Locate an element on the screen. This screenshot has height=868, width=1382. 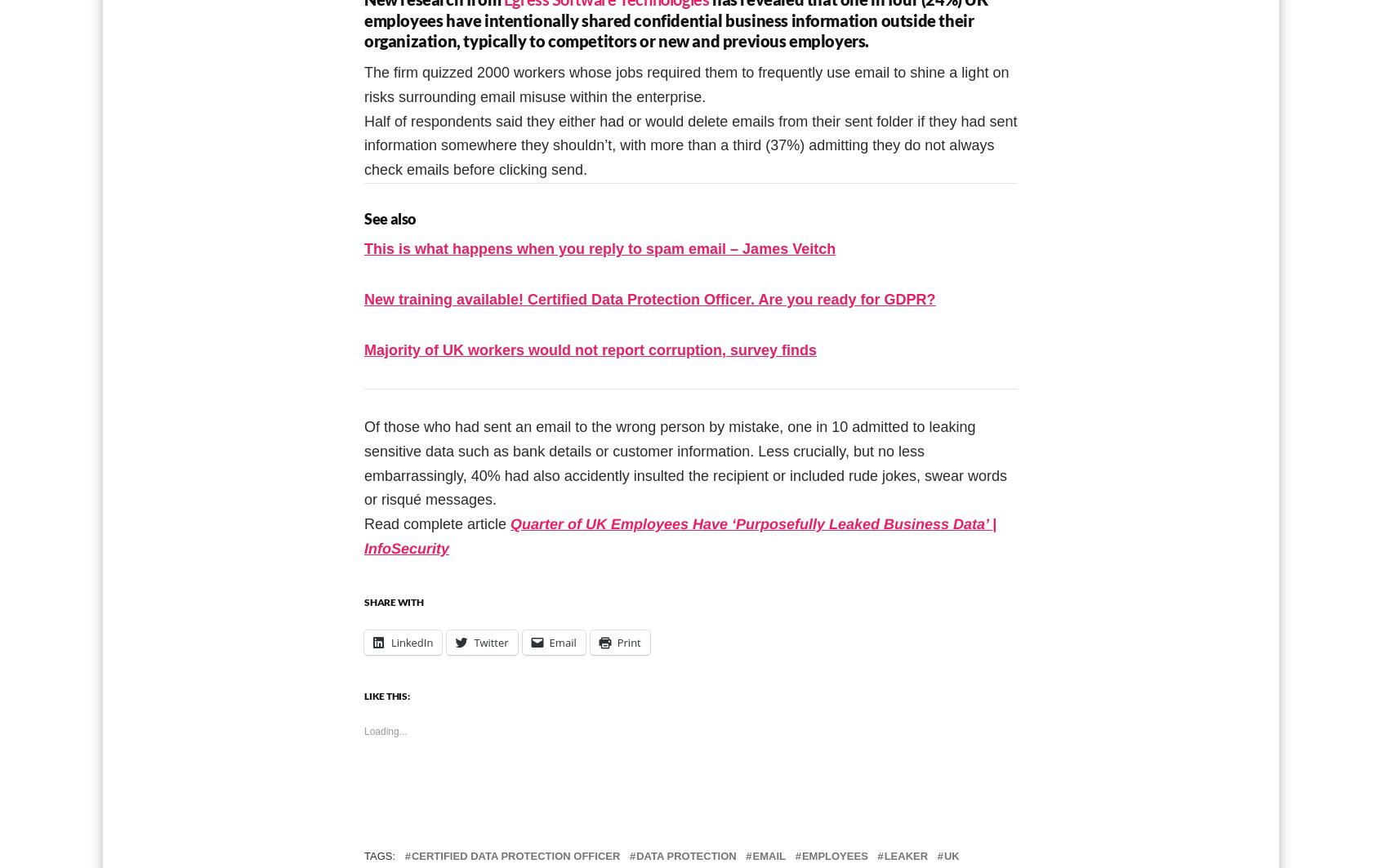
'Certified Data Protection Officer' is located at coordinates (514, 855).